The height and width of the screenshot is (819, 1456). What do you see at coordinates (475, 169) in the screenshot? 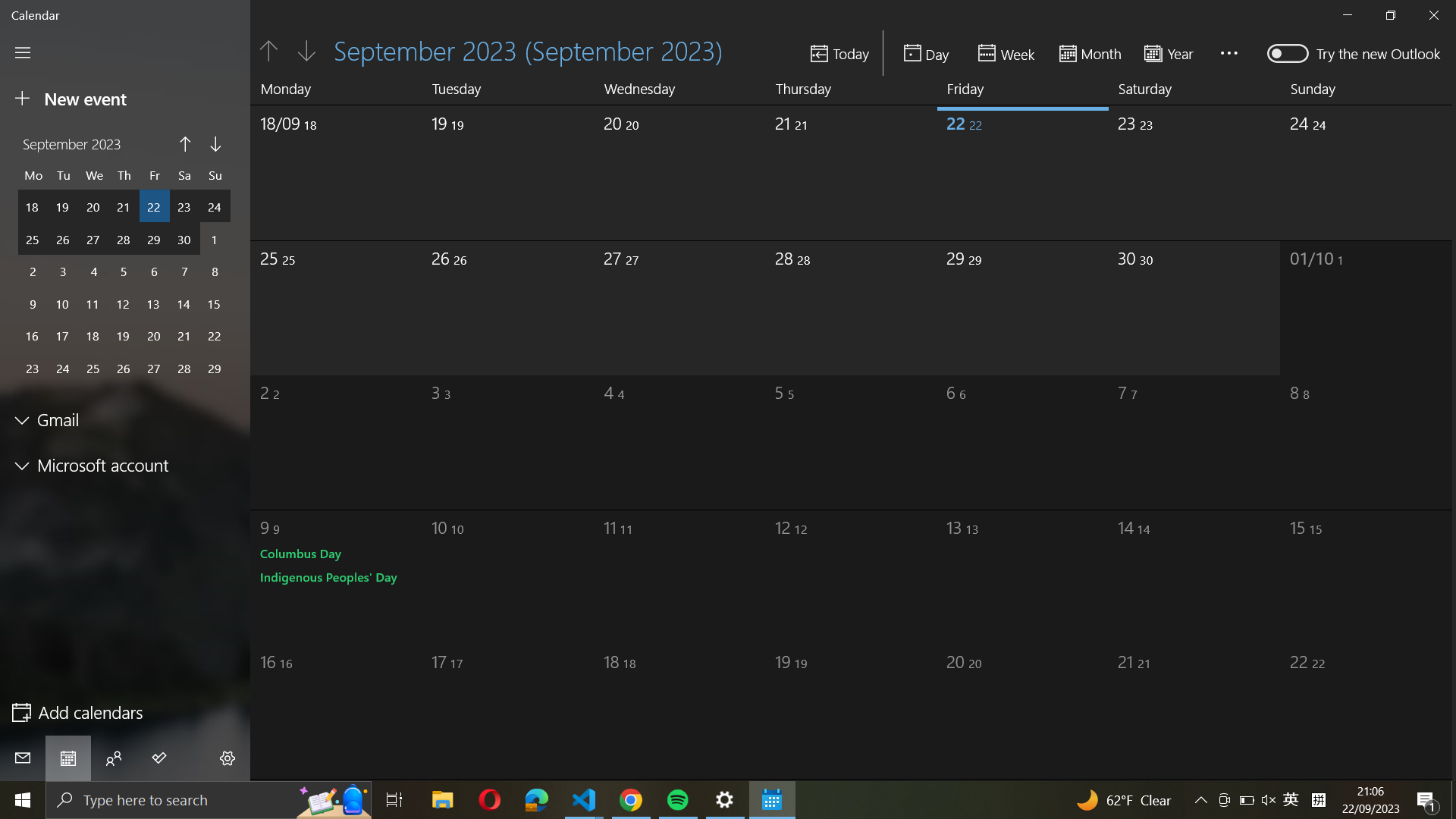
I see `September 19th` at bounding box center [475, 169].